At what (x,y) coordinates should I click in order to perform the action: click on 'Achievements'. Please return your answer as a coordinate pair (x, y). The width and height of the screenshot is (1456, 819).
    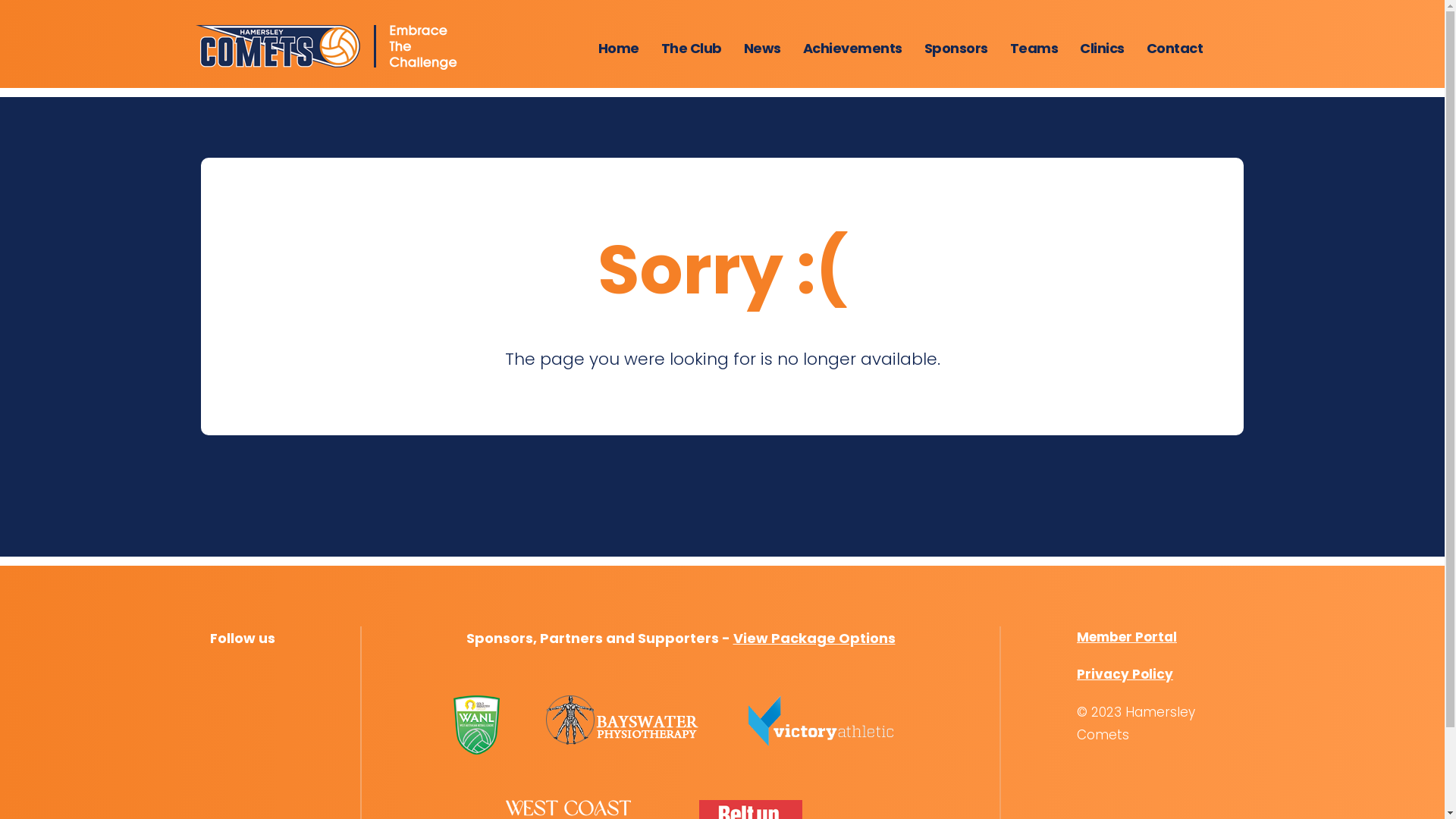
    Looking at the image, I should click on (852, 47).